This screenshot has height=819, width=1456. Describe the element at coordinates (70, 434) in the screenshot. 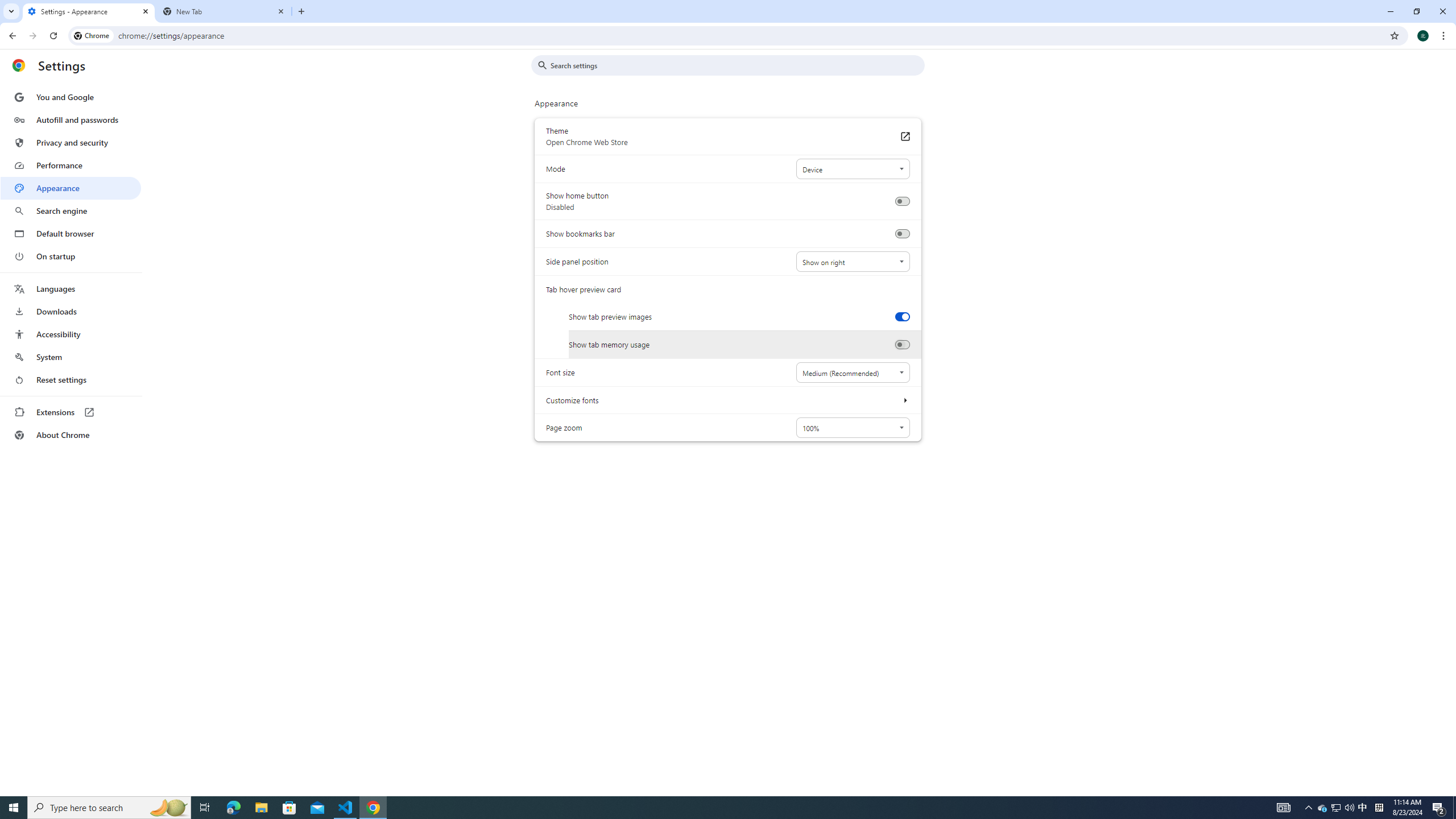

I see `'About Chrome'` at that location.